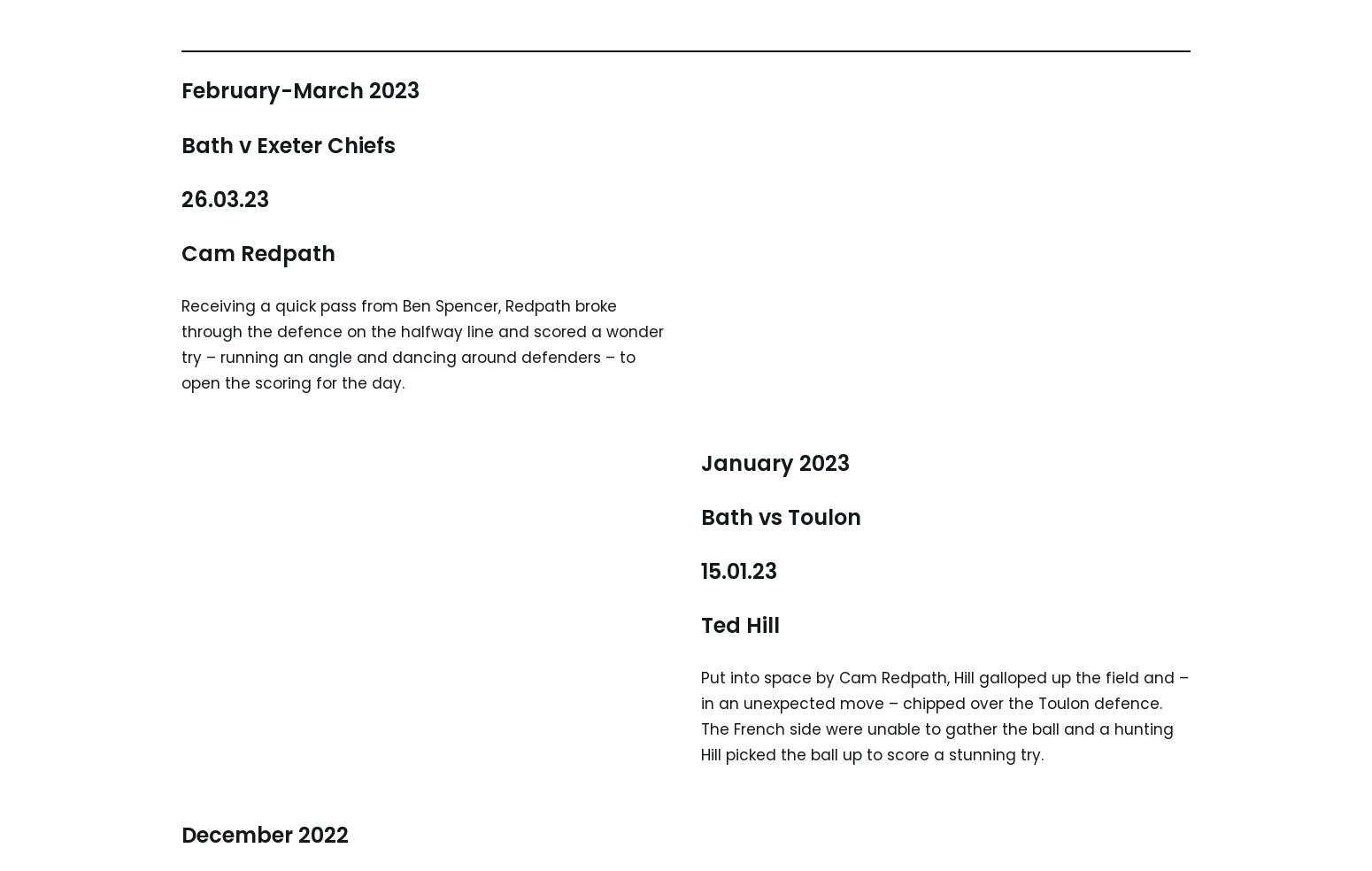 This screenshot has height=871, width=1372. What do you see at coordinates (700, 570) in the screenshot?
I see `'15.01.23'` at bounding box center [700, 570].